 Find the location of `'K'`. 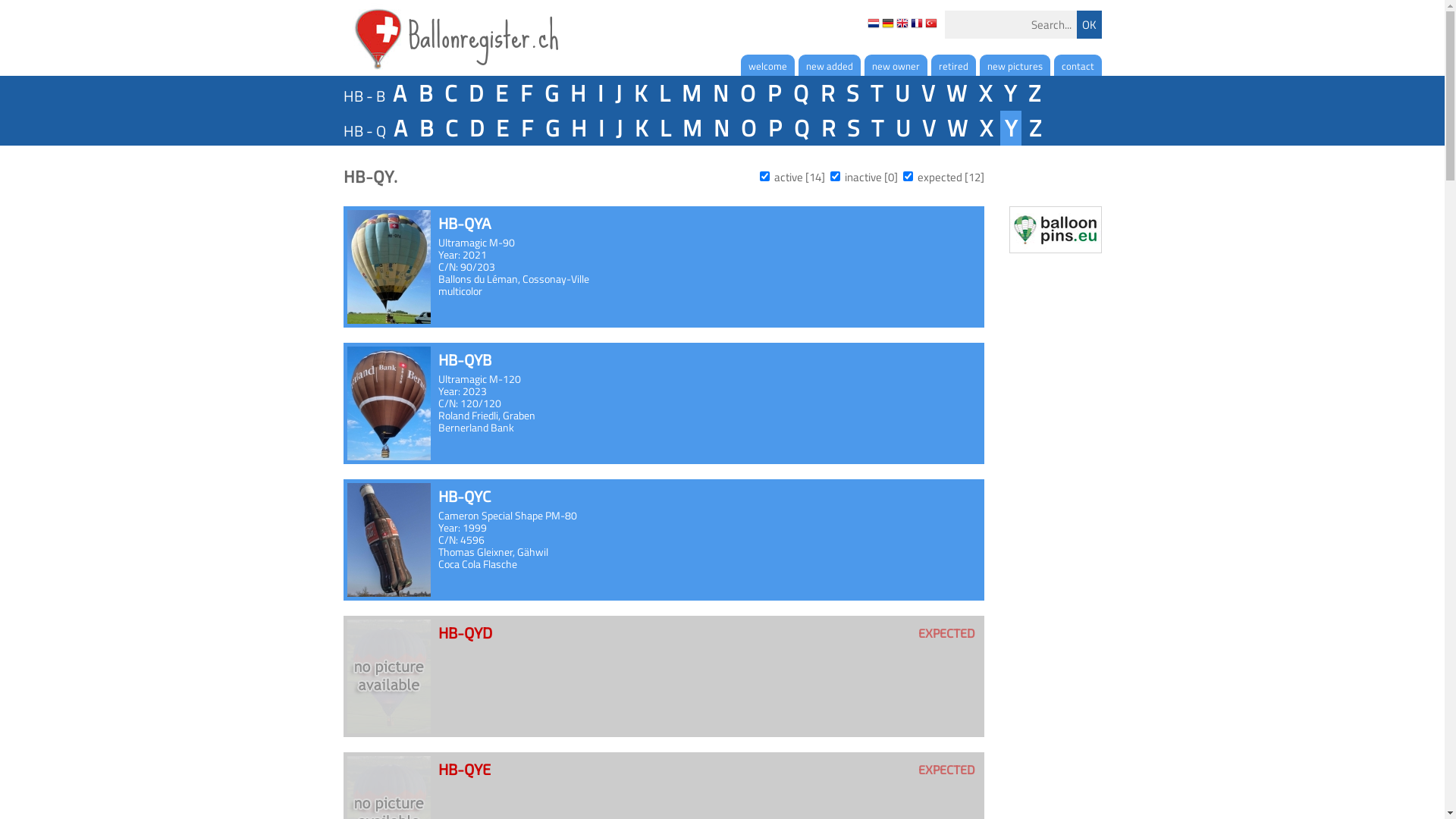

'K' is located at coordinates (640, 127).